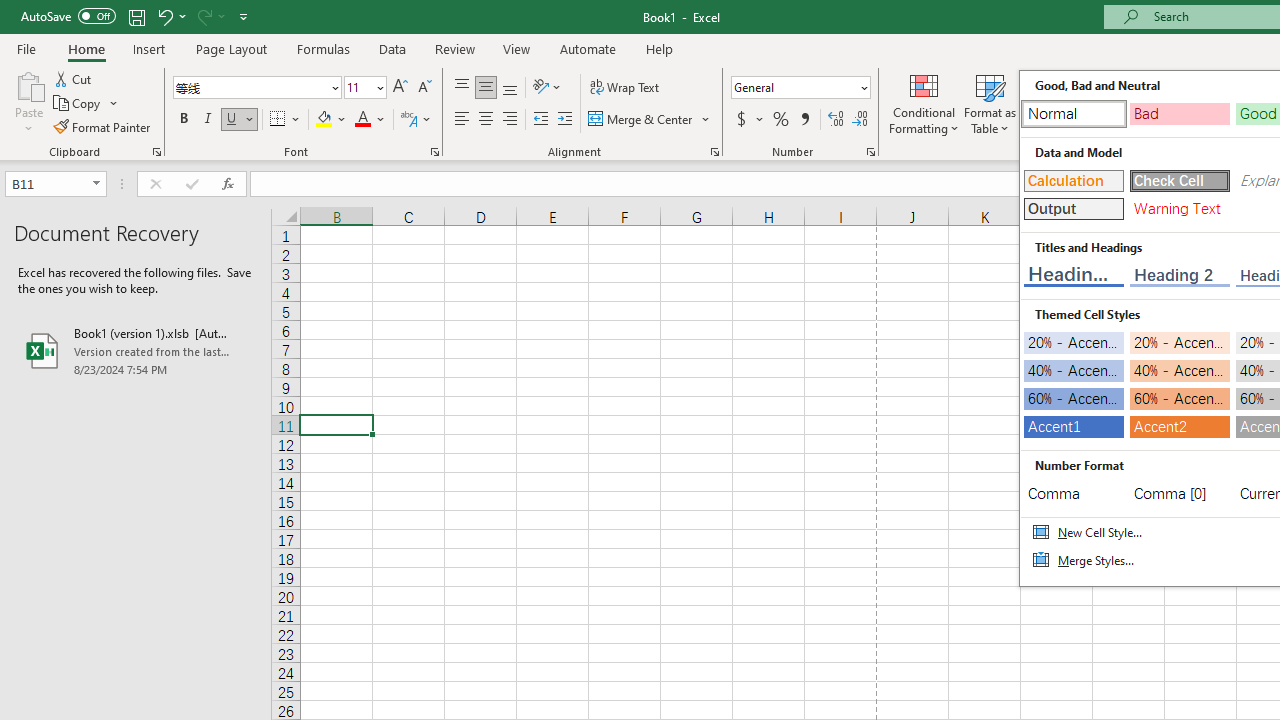 The height and width of the screenshot is (720, 1280). Describe the element at coordinates (407, 119) in the screenshot. I see `'Show Phonetic Field'` at that location.